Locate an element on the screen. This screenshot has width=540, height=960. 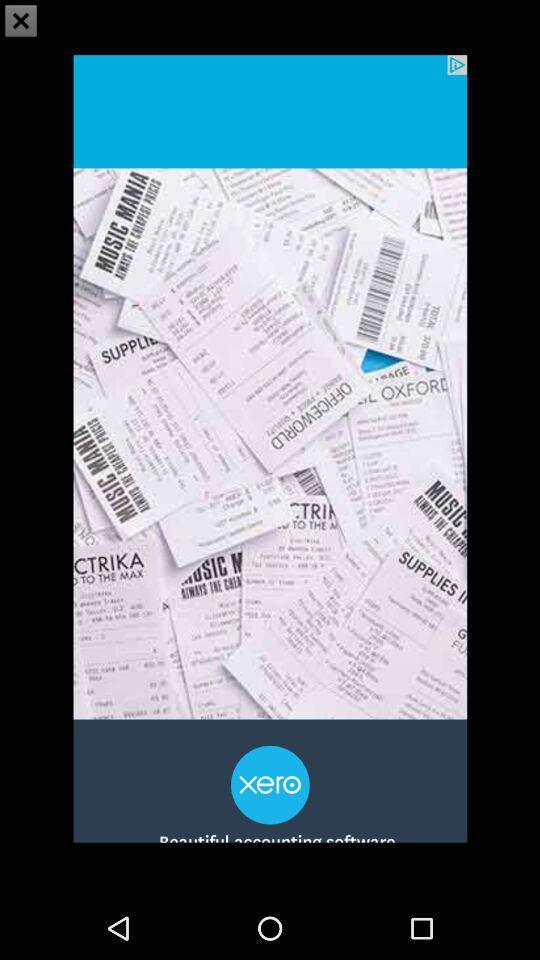
the close icon is located at coordinates (20, 21).